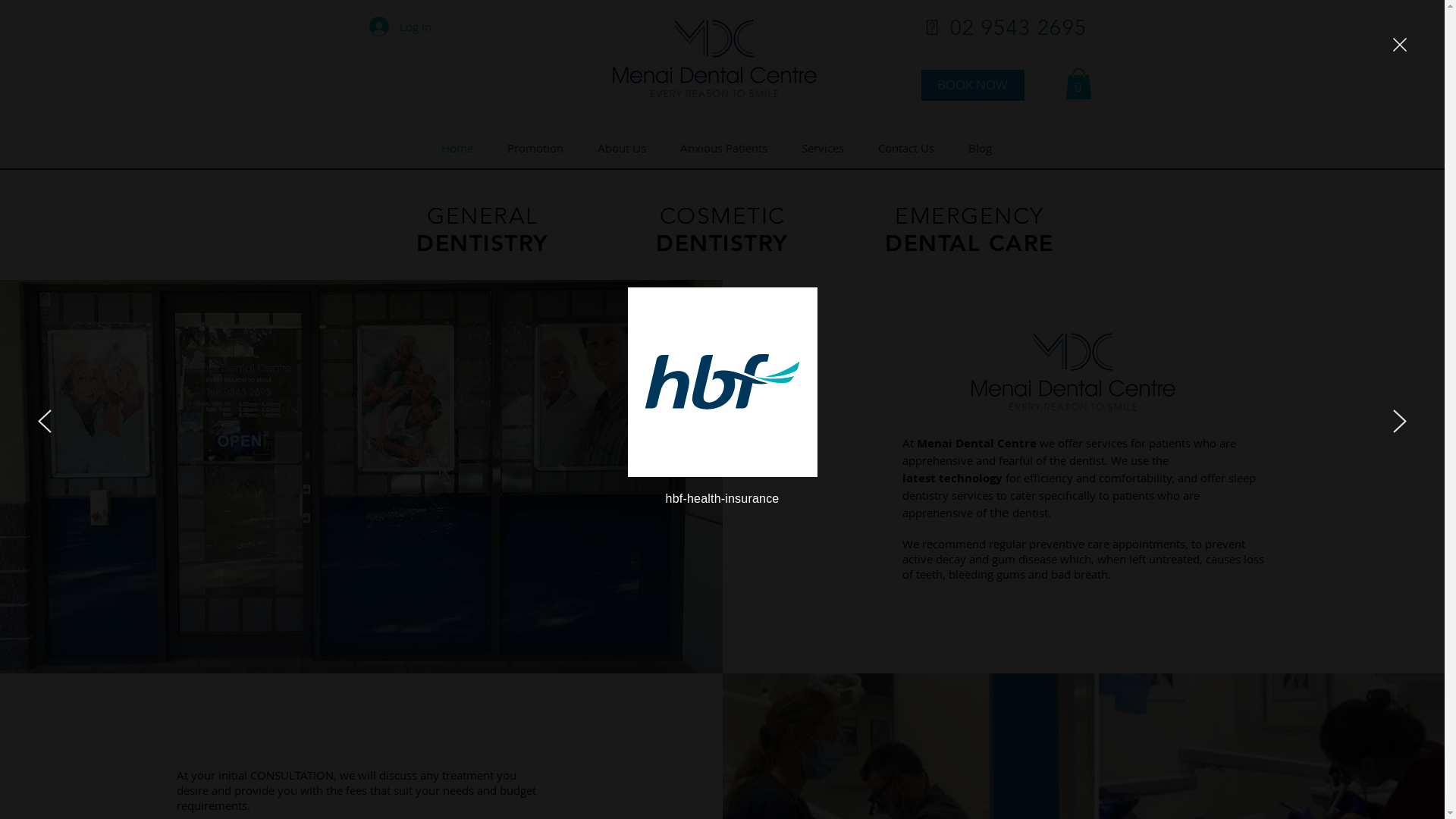 The height and width of the screenshot is (819, 1456). I want to click on 'Promotion', so click(541, 147).